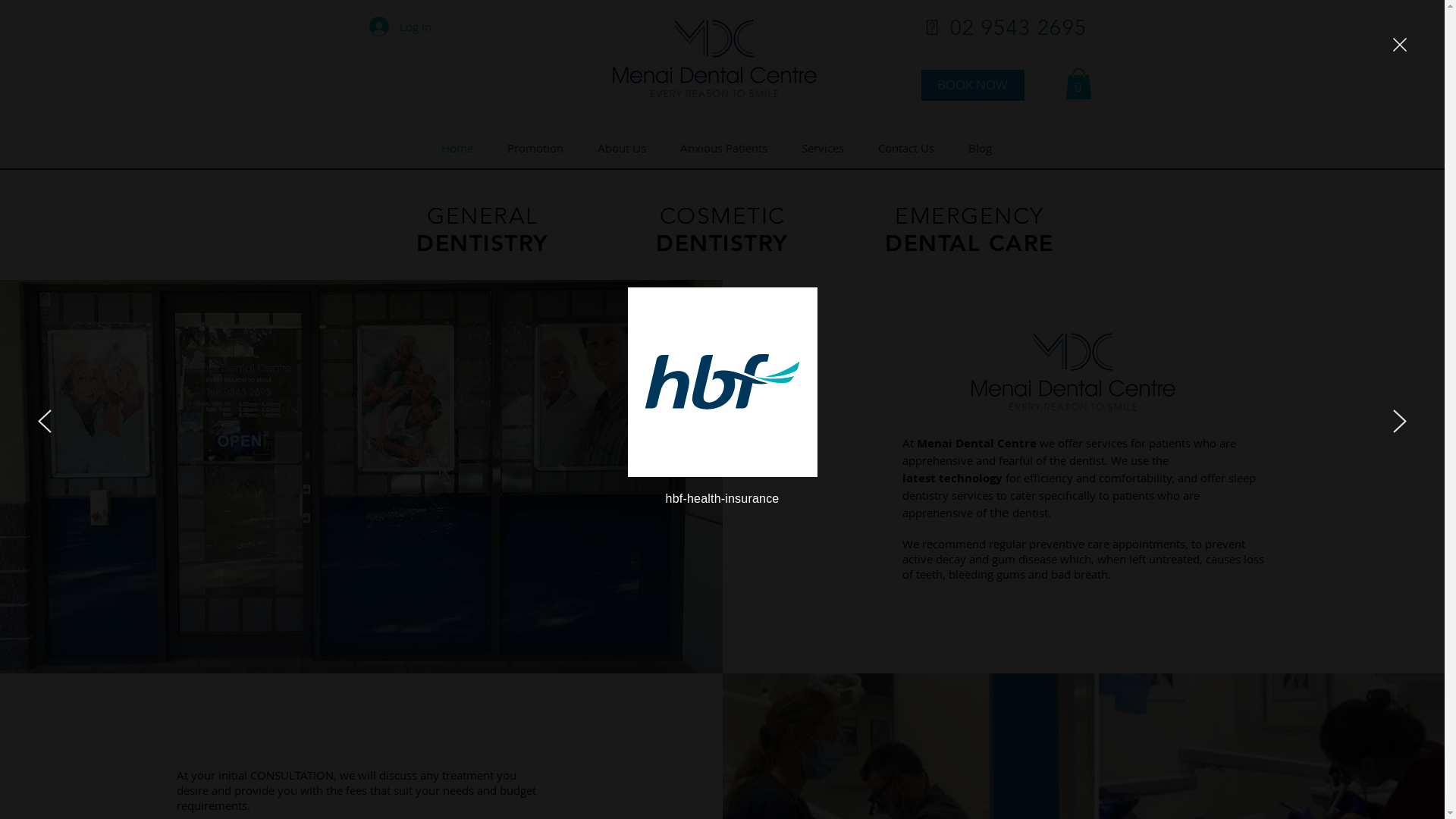 The height and width of the screenshot is (819, 1456). I want to click on 'Promotion', so click(541, 147).